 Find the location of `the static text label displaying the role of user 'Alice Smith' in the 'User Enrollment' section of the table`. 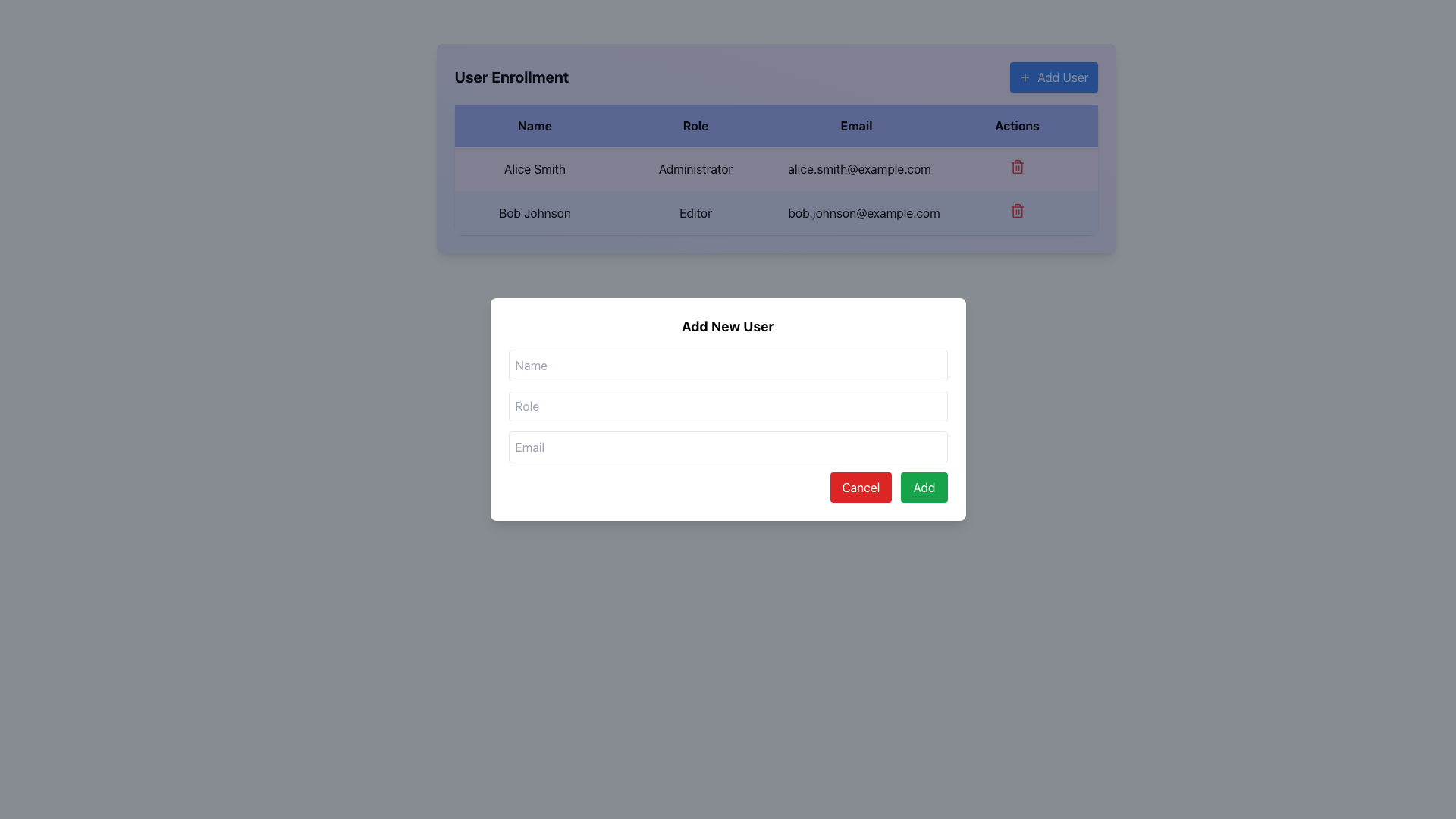

the static text label displaying the role of user 'Alice Smith' in the 'User Enrollment' section of the table is located at coordinates (695, 169).